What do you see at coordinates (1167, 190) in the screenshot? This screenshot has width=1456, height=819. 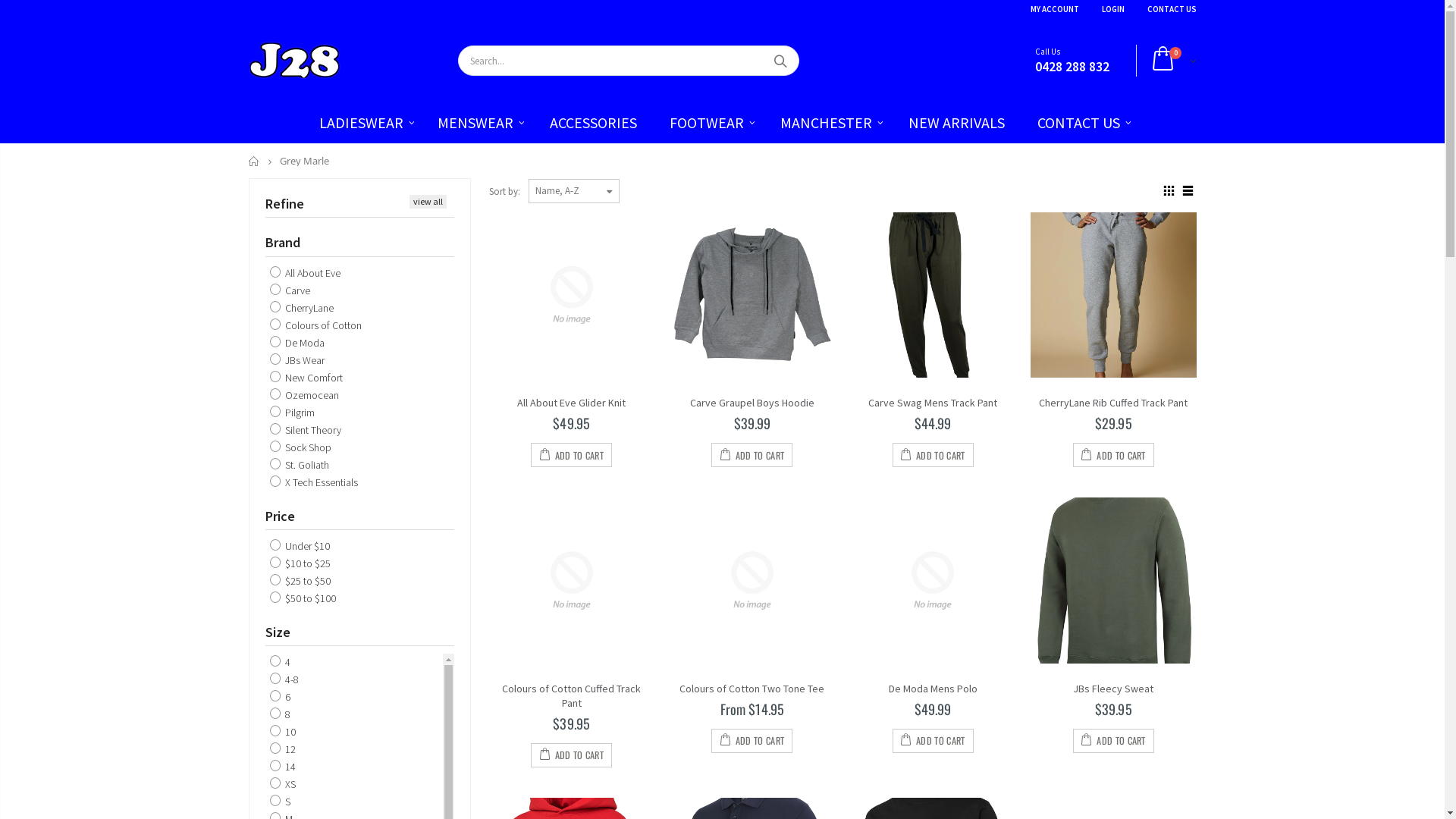 I see `'Grid view'` at bounding box center [1167, 190].